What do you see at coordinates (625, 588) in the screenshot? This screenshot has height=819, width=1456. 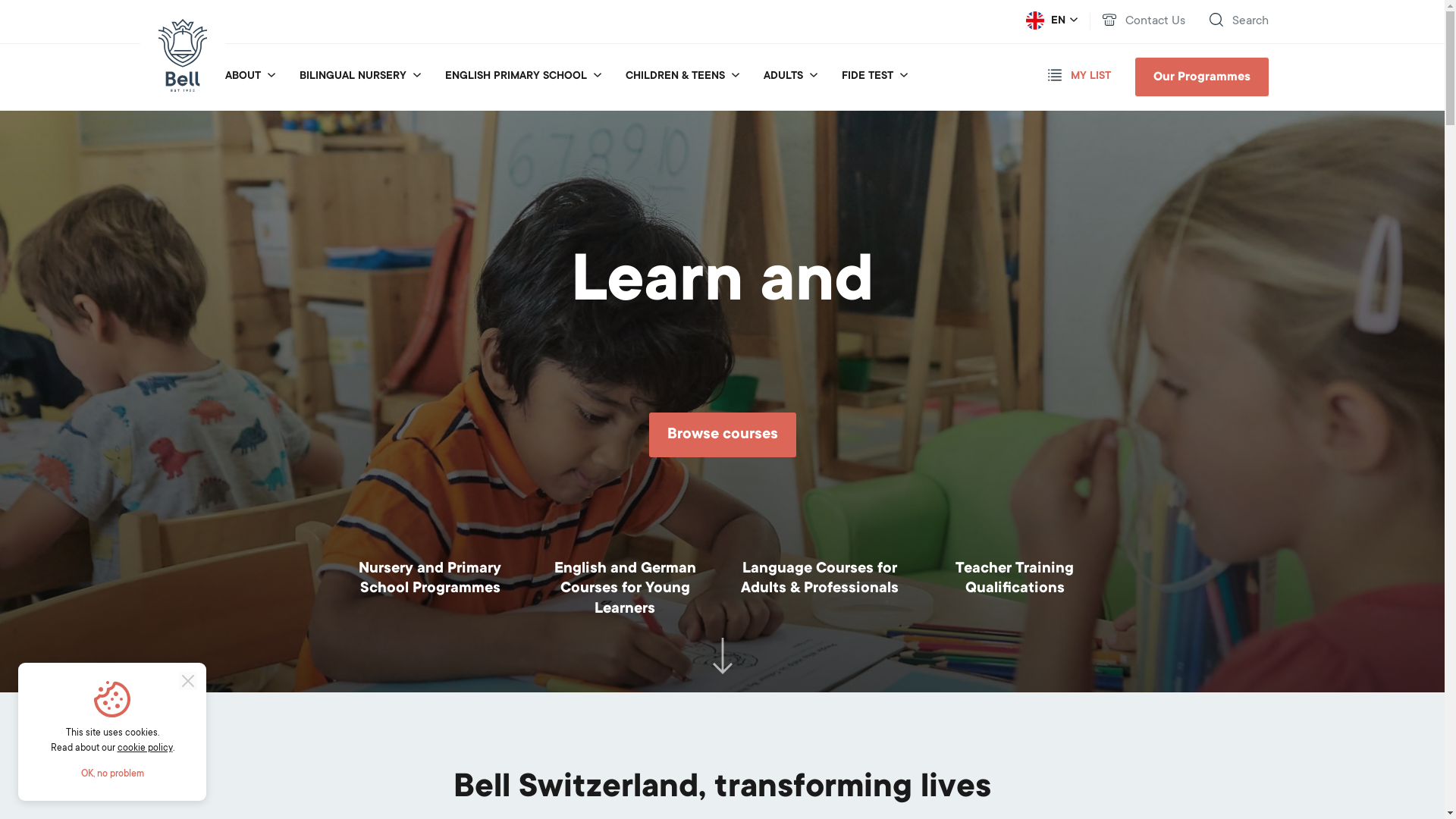 I see `'English and German Courses for Young Learners'` at bounding box center [625, 588].